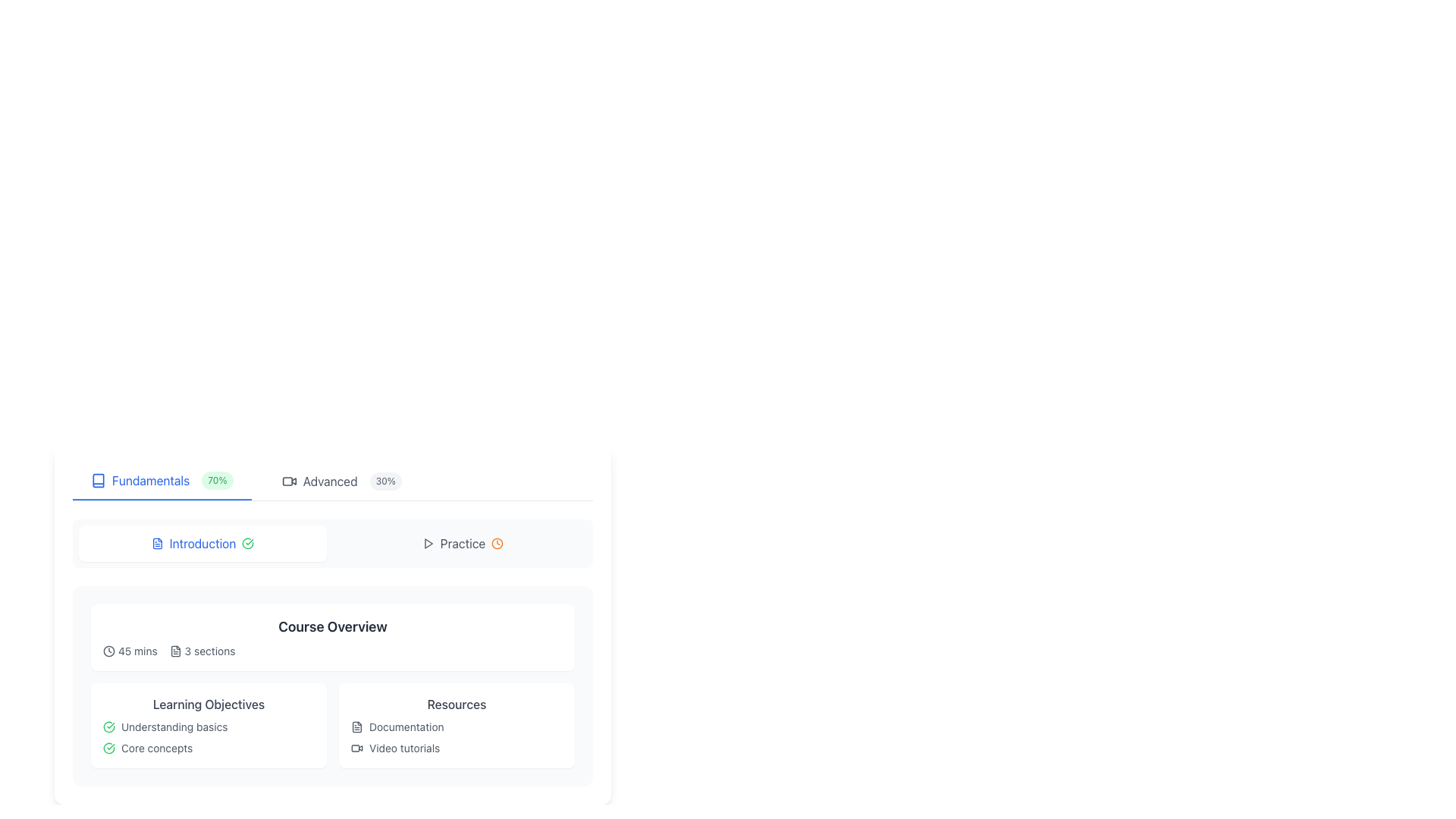 This screenshot has height=819, width=1456. What do you see at coordinates (356, 726) in the screenshot?
I see `the 'Documentation' icon in the 'Resources' section, located in the lower-right part of the interface, to the left of the text 'Documentation'` at bounding box center [356, 726].